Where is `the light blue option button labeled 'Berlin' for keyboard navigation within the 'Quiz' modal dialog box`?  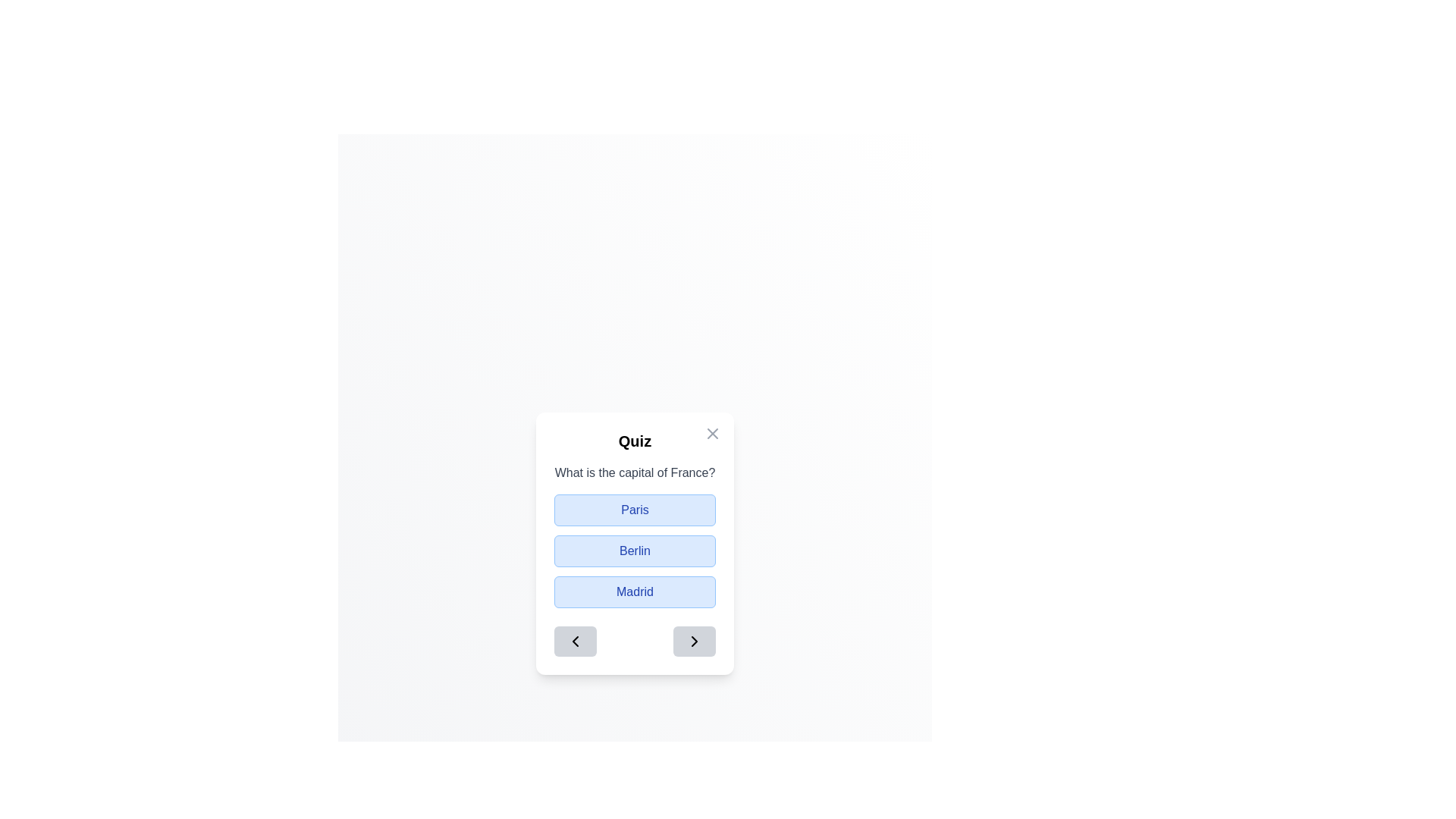 the light blue option button labeled 'Berlin' for keyboard navigation within the 'Quiz' modal dialog box is located at coordinates (635, 543).